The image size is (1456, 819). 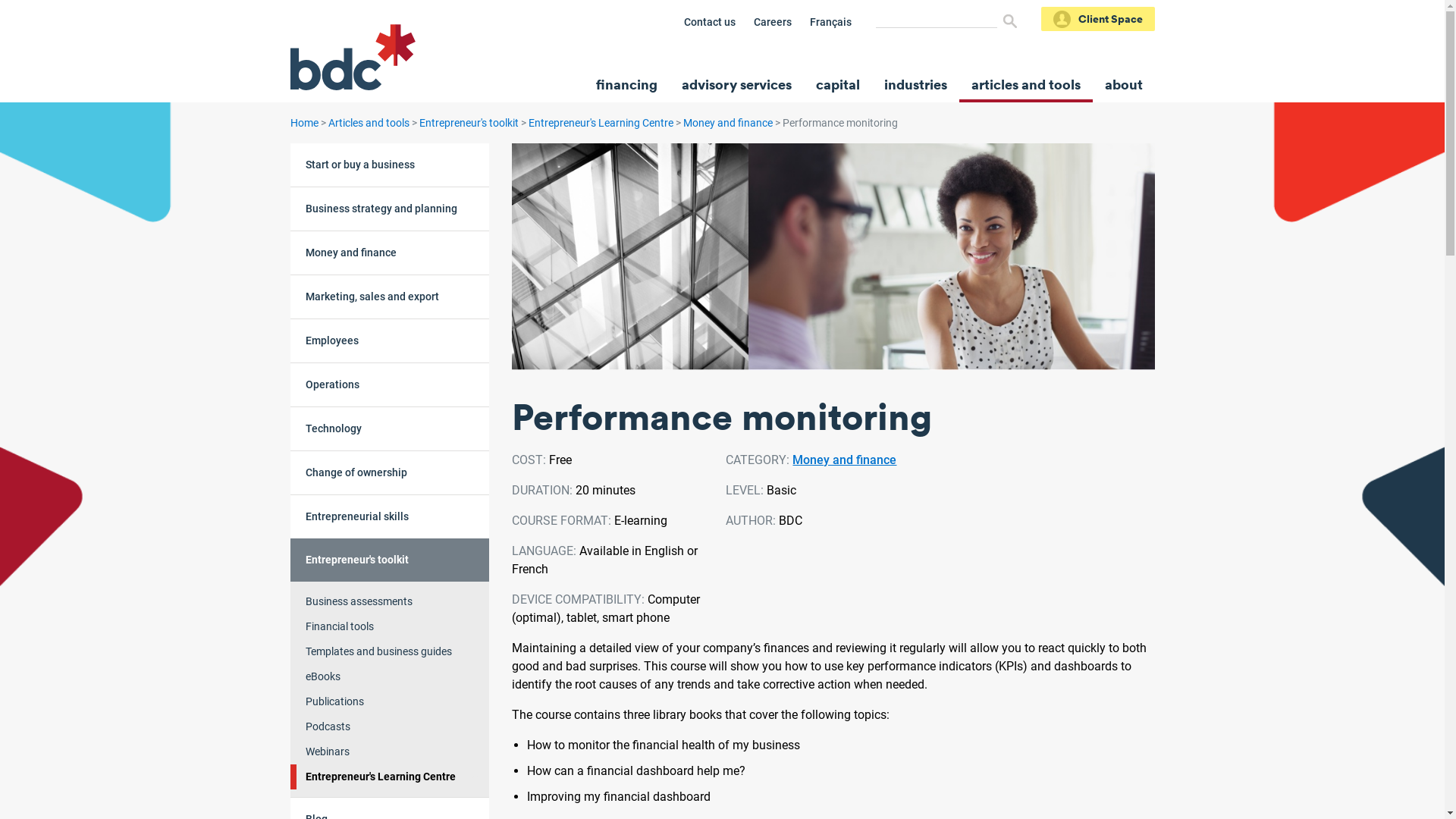 I want to click on 'Money and finance', so click(x=389, y=251).